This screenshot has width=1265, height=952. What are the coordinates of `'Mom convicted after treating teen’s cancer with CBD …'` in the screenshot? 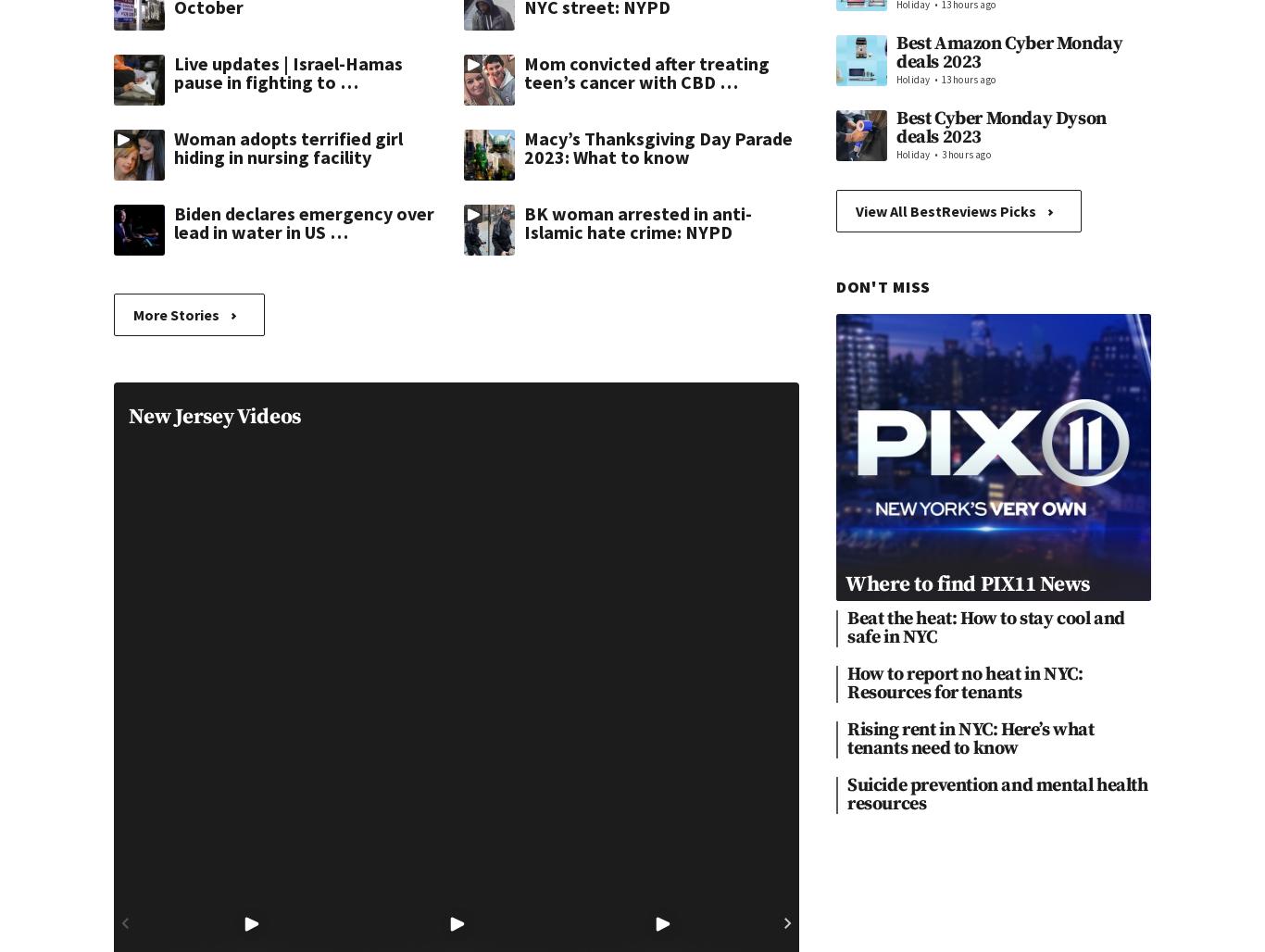 It's located at (646, 71).